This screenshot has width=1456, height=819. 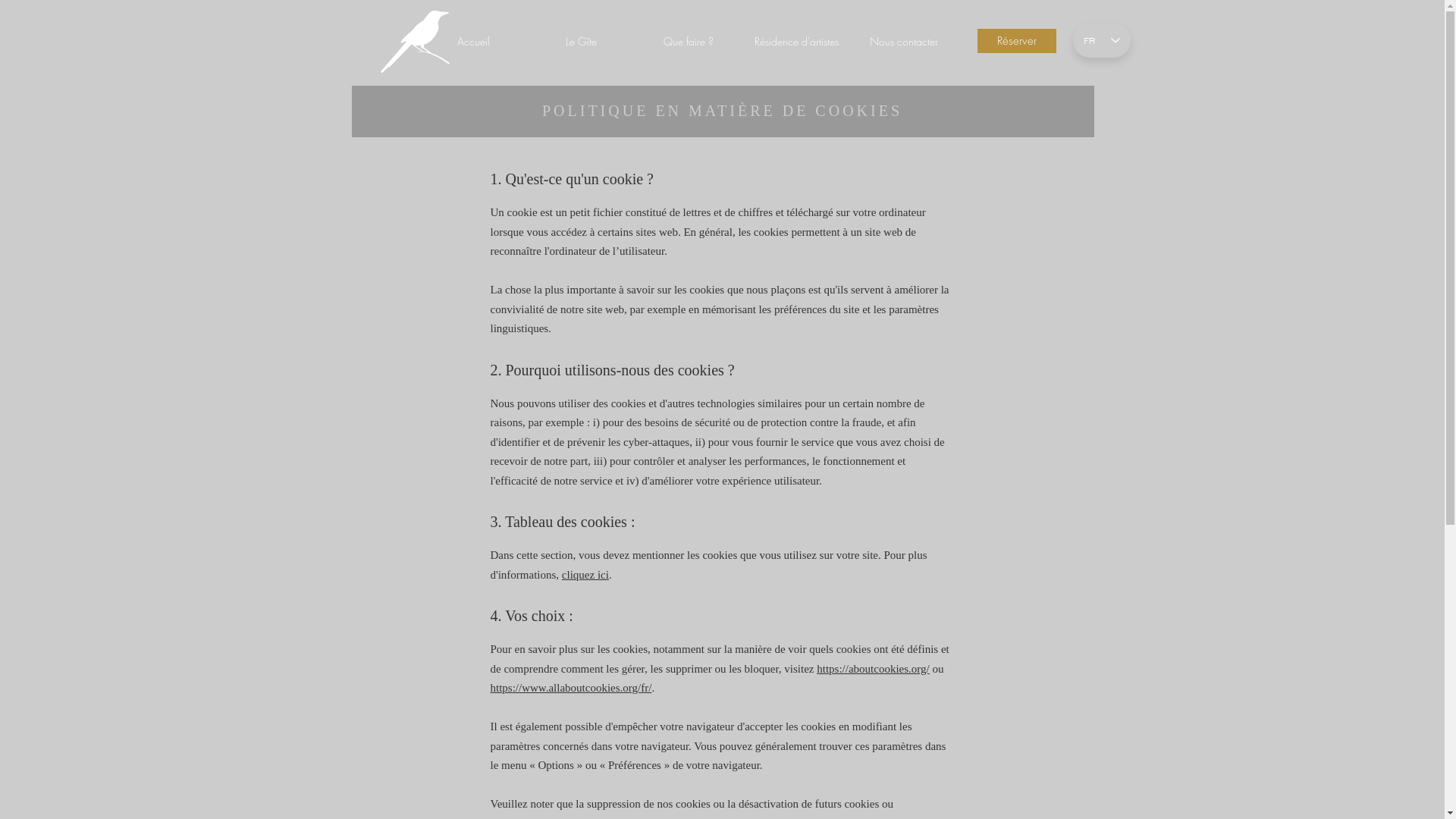 I want to click on 'https://aboutcookies.org/', so click(x=873, y=668).